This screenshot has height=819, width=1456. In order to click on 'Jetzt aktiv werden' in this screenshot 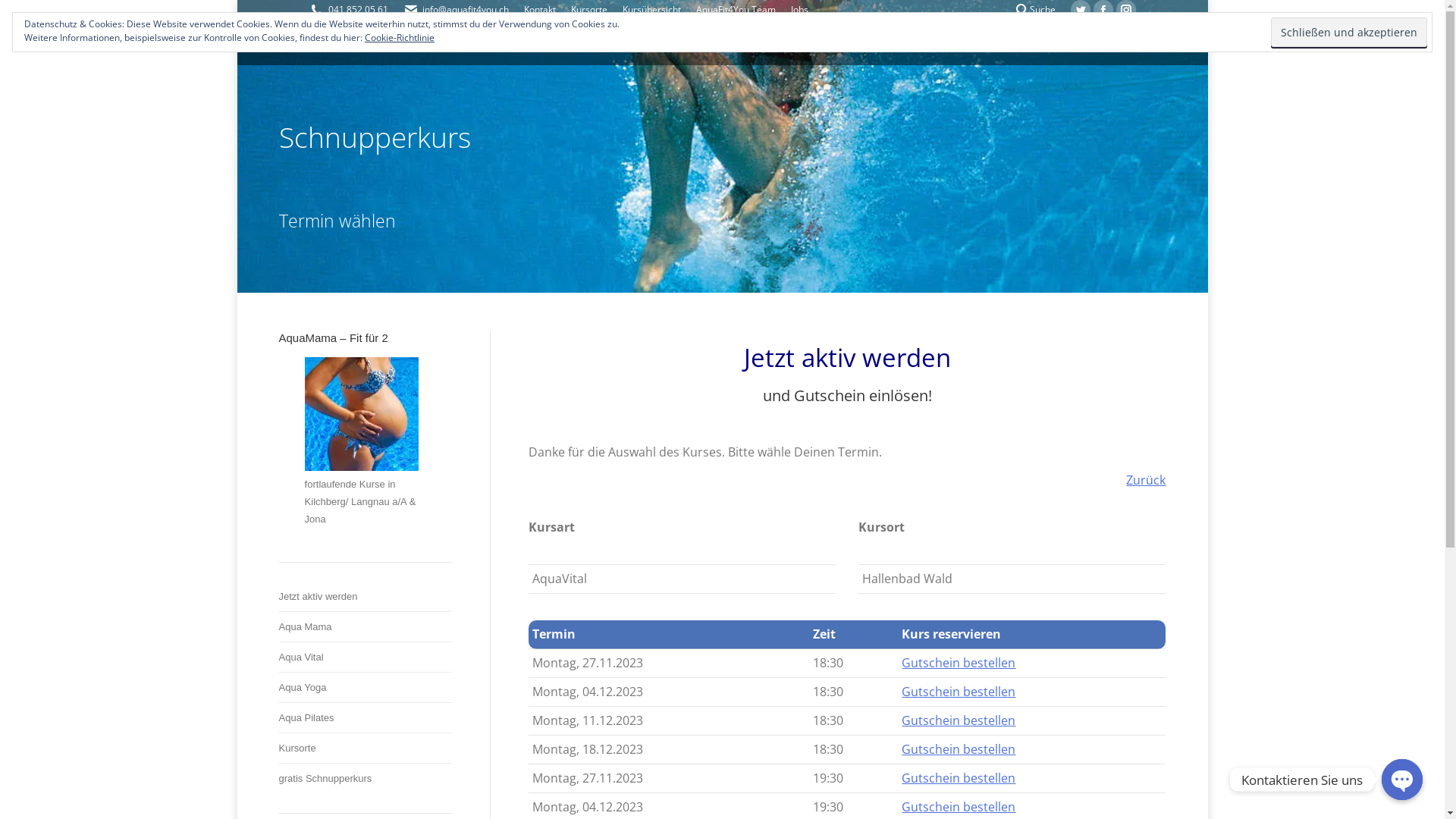, I will do `click(318, 595)`.